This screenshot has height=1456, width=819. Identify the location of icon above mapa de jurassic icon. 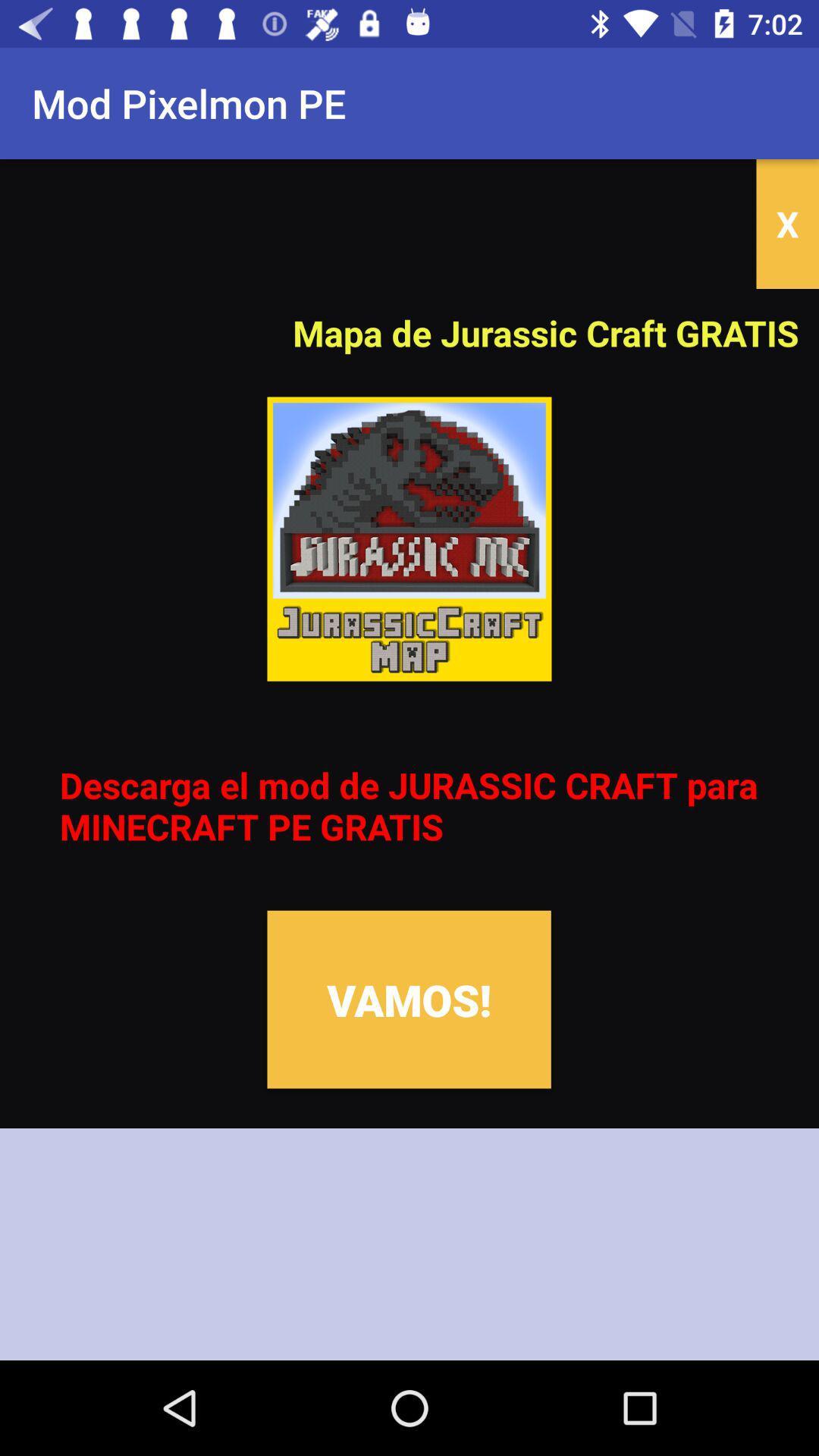
(786, 223).